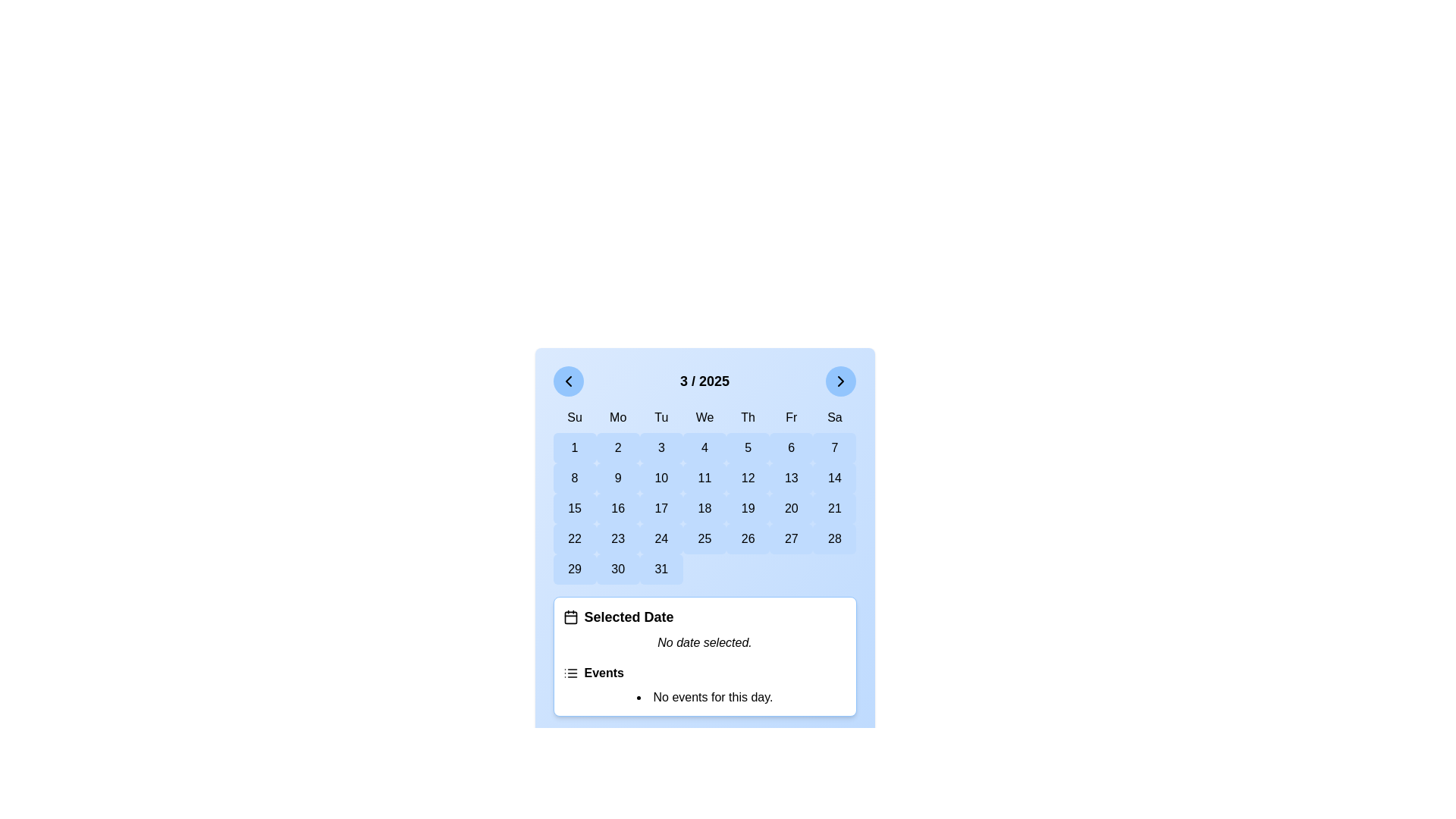 Image resolution: width=1456 pixels, height=819 pixels. What do you see at coordinates (661, 509) in the screenshot?
I see `the button displaying the number '17' in a light blue background` at bounding box center [661, 509].